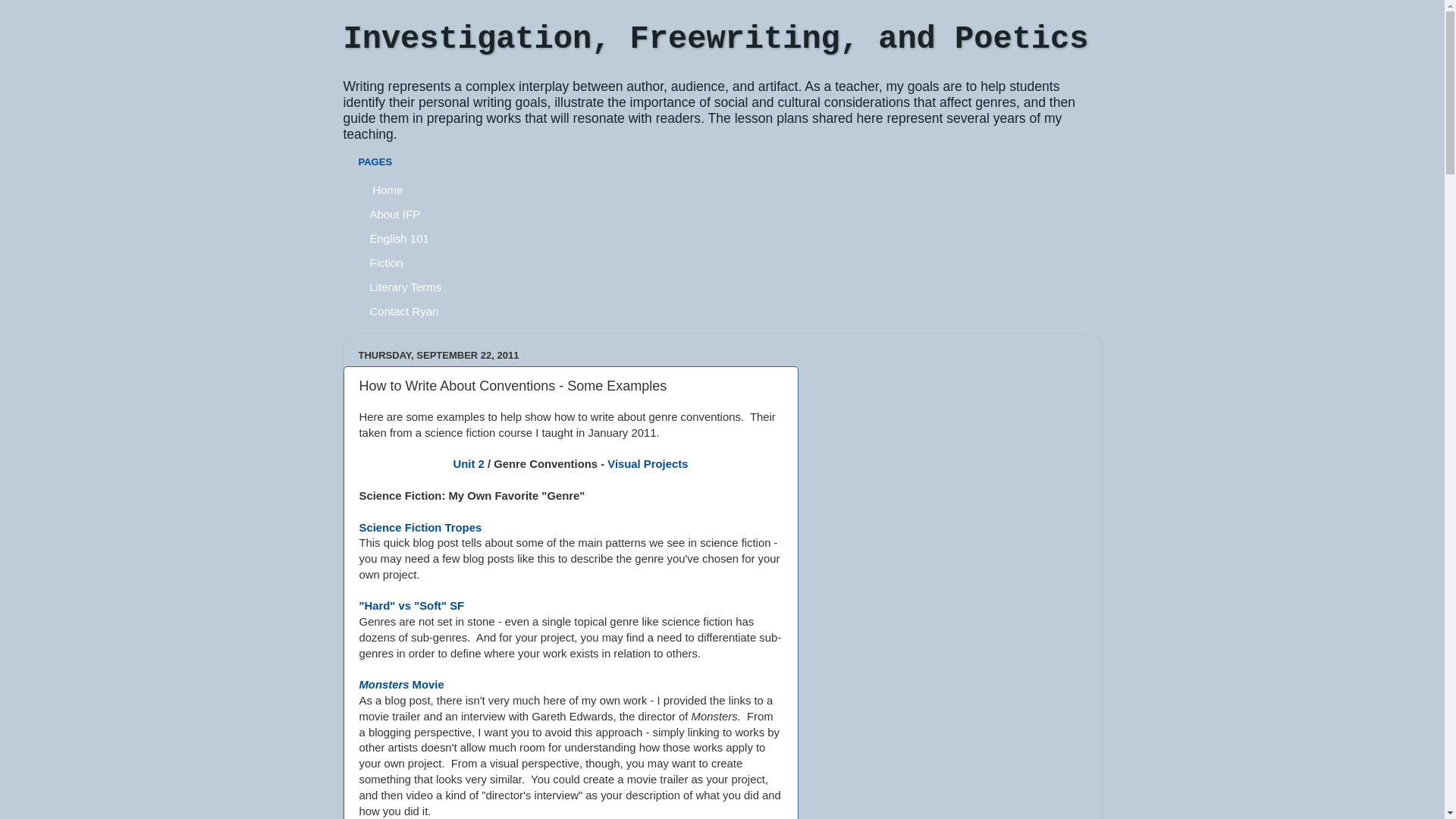 This screenshot has height=819, width=1456. Describe the element at coordinates (421, 526) in the screenshot. I see `'Science Fiction Tropes'` at that location.